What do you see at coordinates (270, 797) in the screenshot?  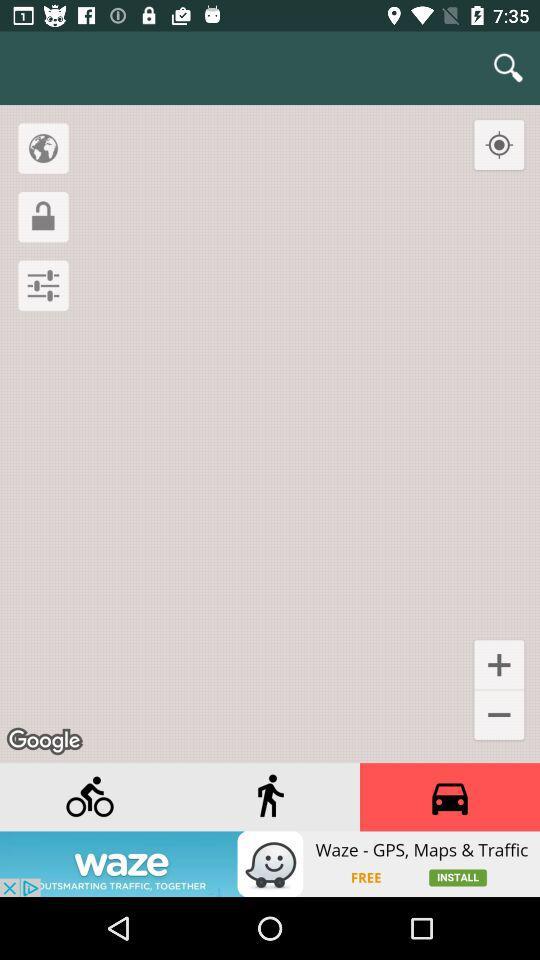 I see `the street view` at bounding box center [270, 797].